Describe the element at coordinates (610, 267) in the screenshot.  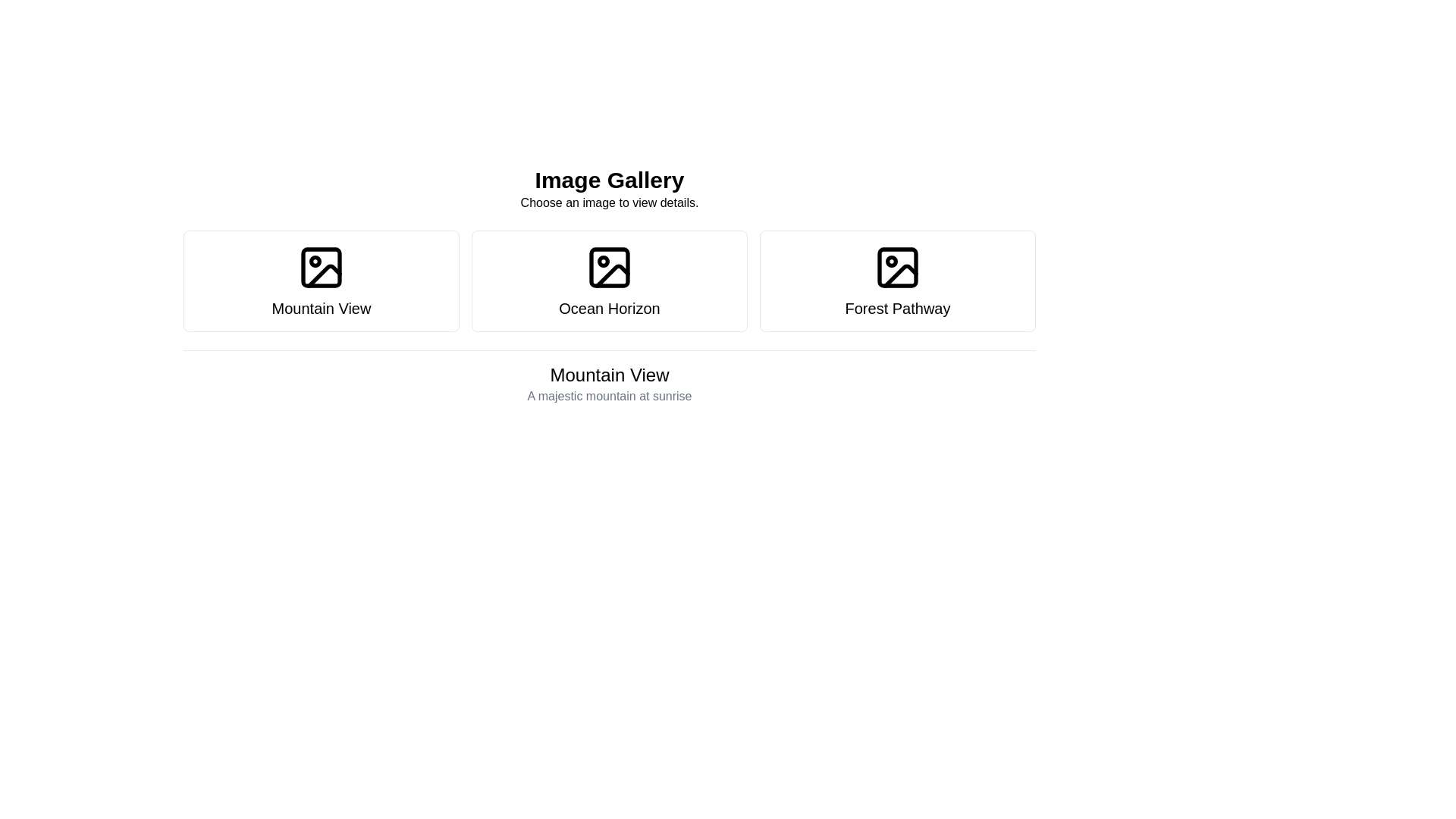
I see `the SVG representation icon of an image placeholder located in the center card of the three-card layout, directly under the 'Image Gallery' header and above the 'Ocean Horizon' text` at that location.